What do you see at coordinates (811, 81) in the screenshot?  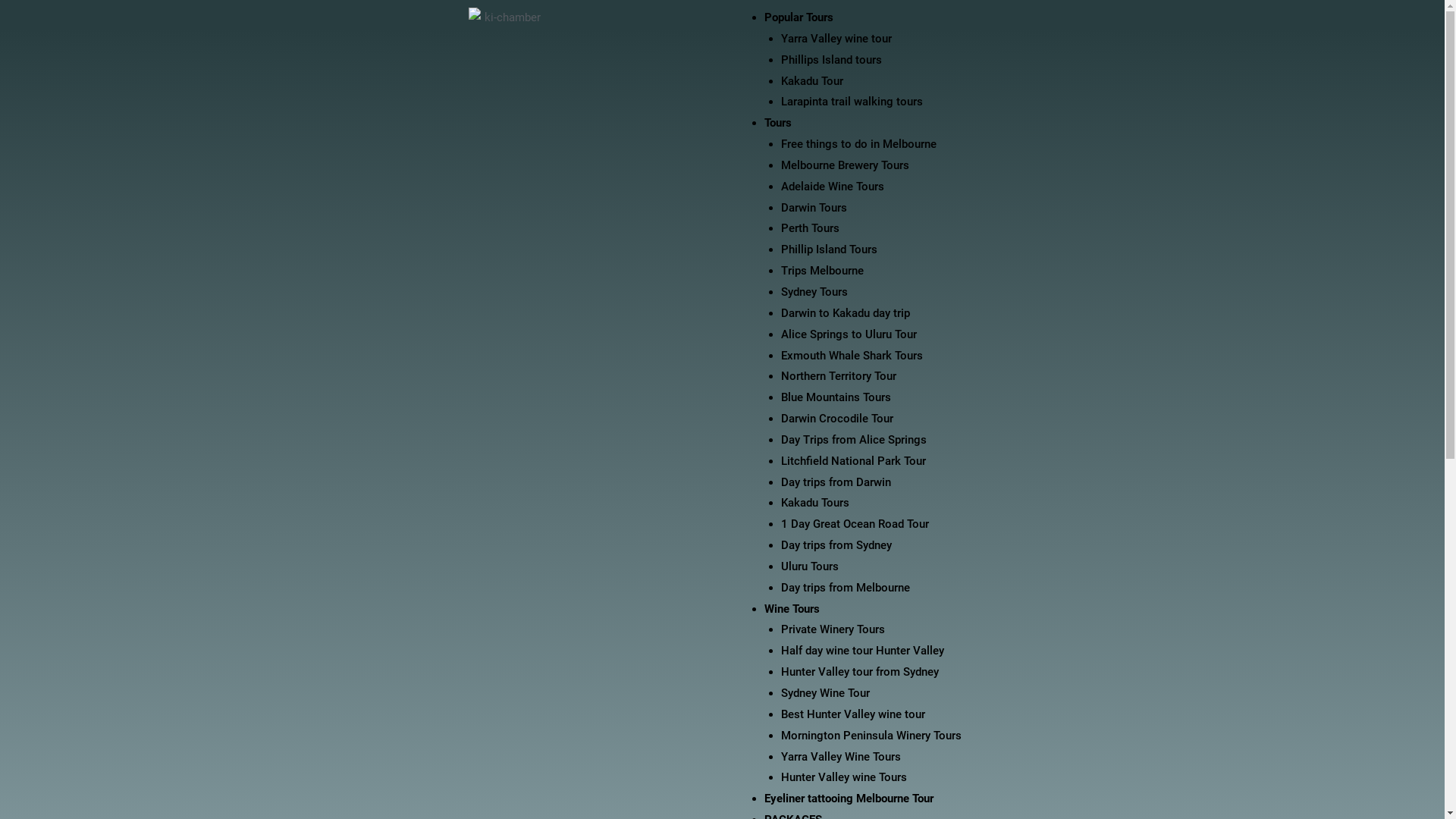 I see `'Kakadu Tour'` at bounding box center [811, 81].